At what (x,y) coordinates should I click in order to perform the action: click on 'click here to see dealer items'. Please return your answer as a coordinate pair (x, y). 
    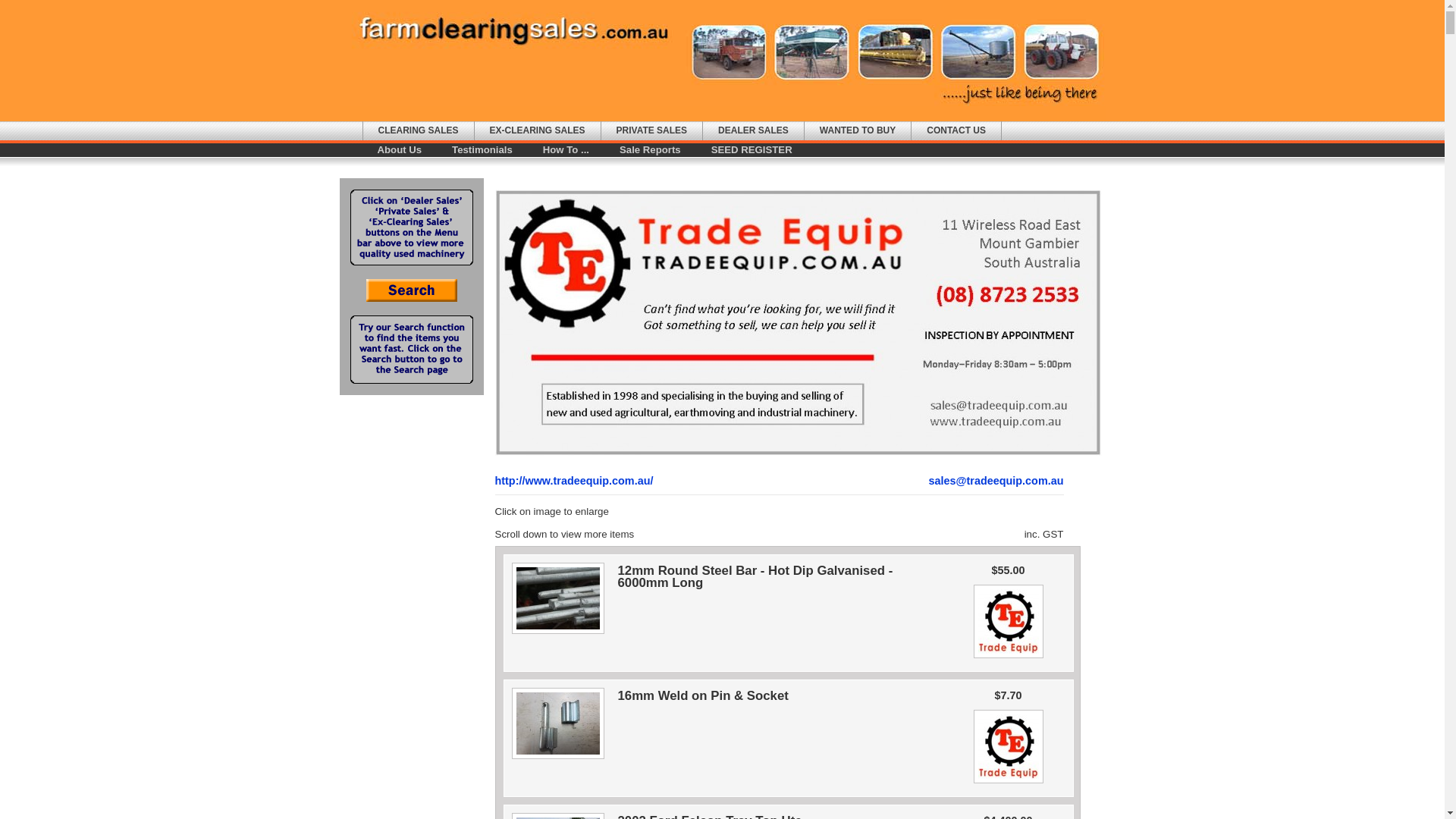
    Looking at the image, I should click on (1008, 783).